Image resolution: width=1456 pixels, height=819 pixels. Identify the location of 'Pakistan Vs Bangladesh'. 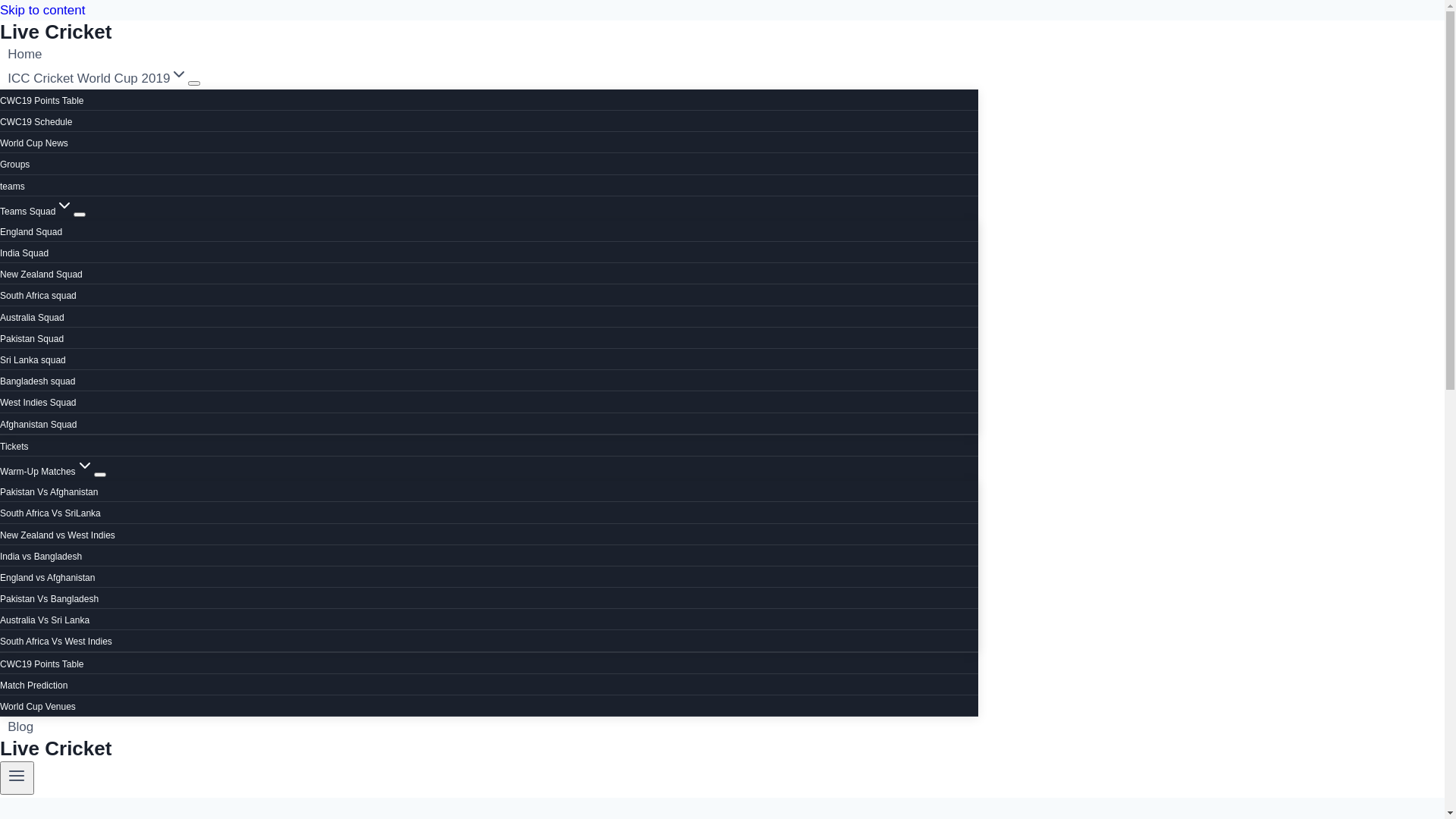
(49, 598).